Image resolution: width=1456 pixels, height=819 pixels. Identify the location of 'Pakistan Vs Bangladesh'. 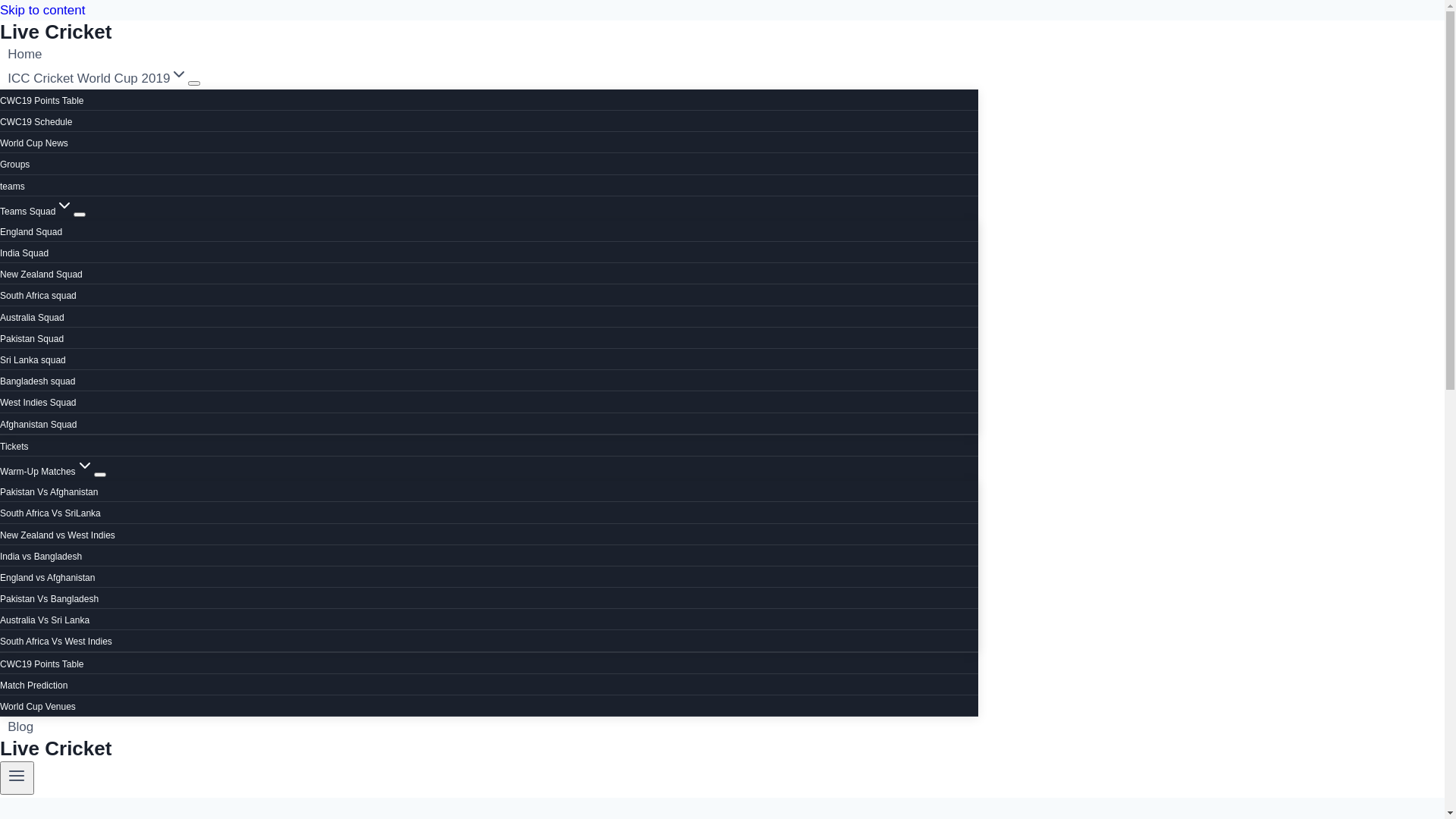
(49, 598).